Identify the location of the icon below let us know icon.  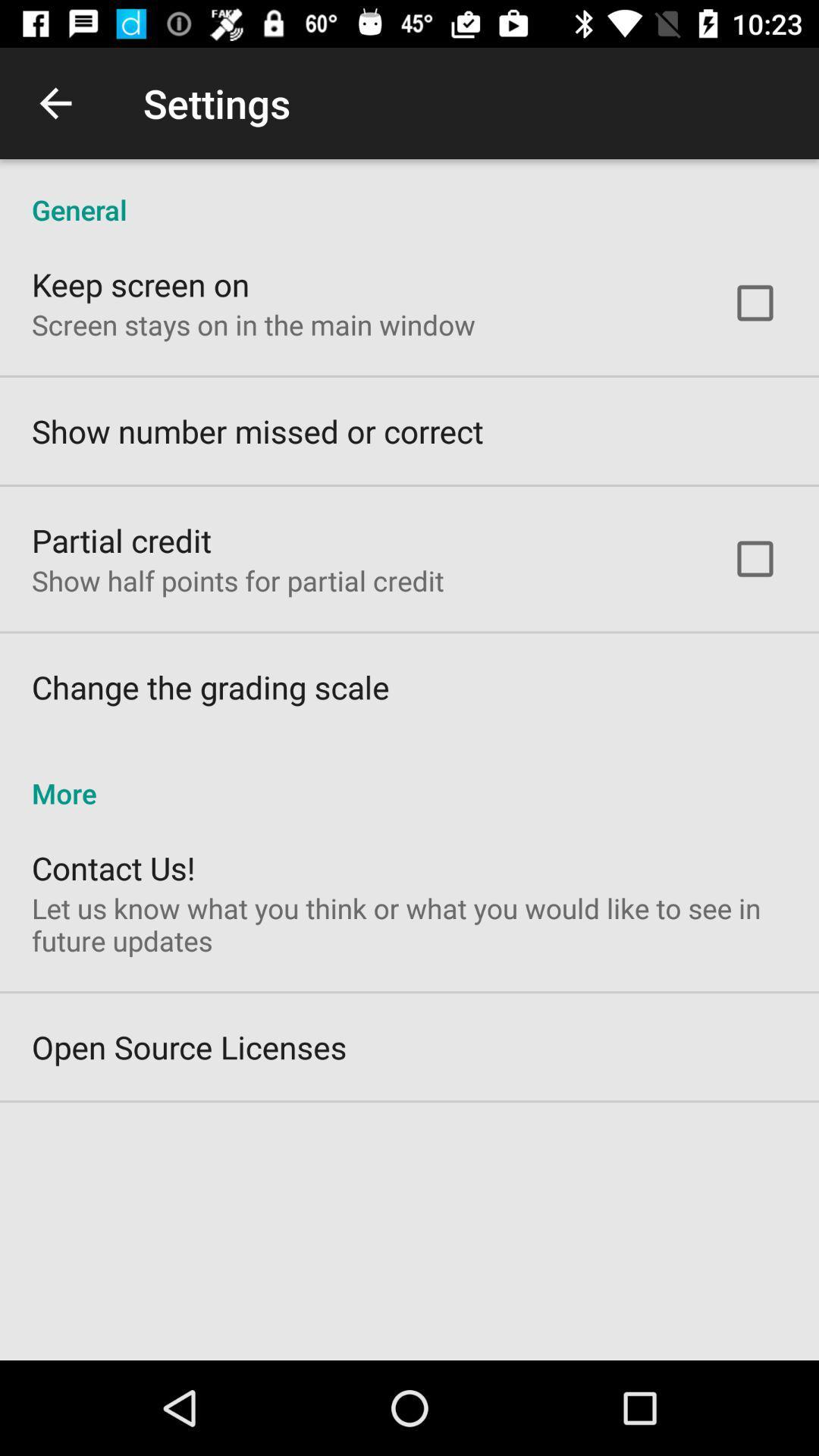
(188, 1046).